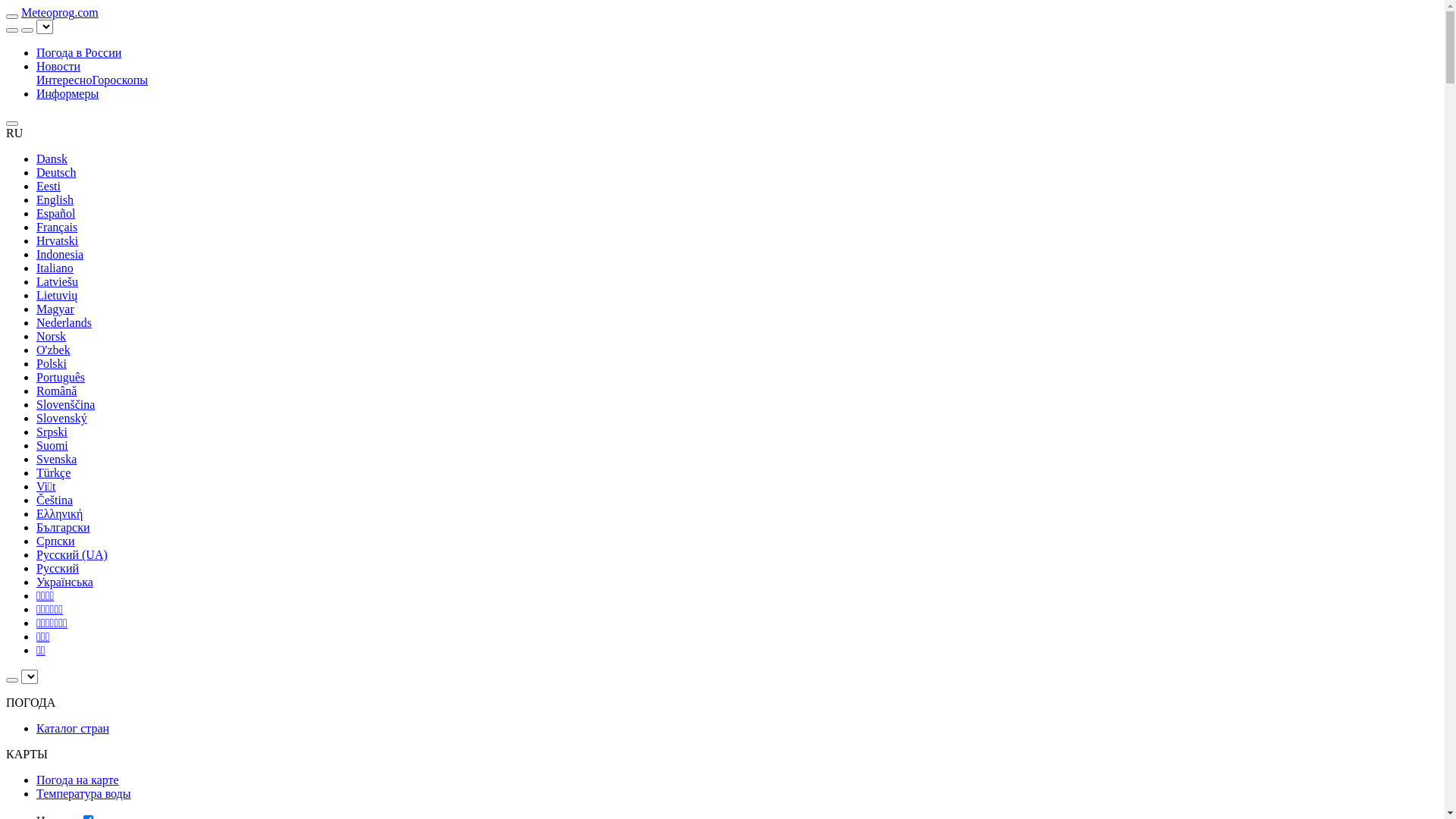 This screenshot has width=1456, height=819. What do you see at coordinates (55, 171) in the screenshot?
I see `'Deutsch'` at bounding box center [55, 171].